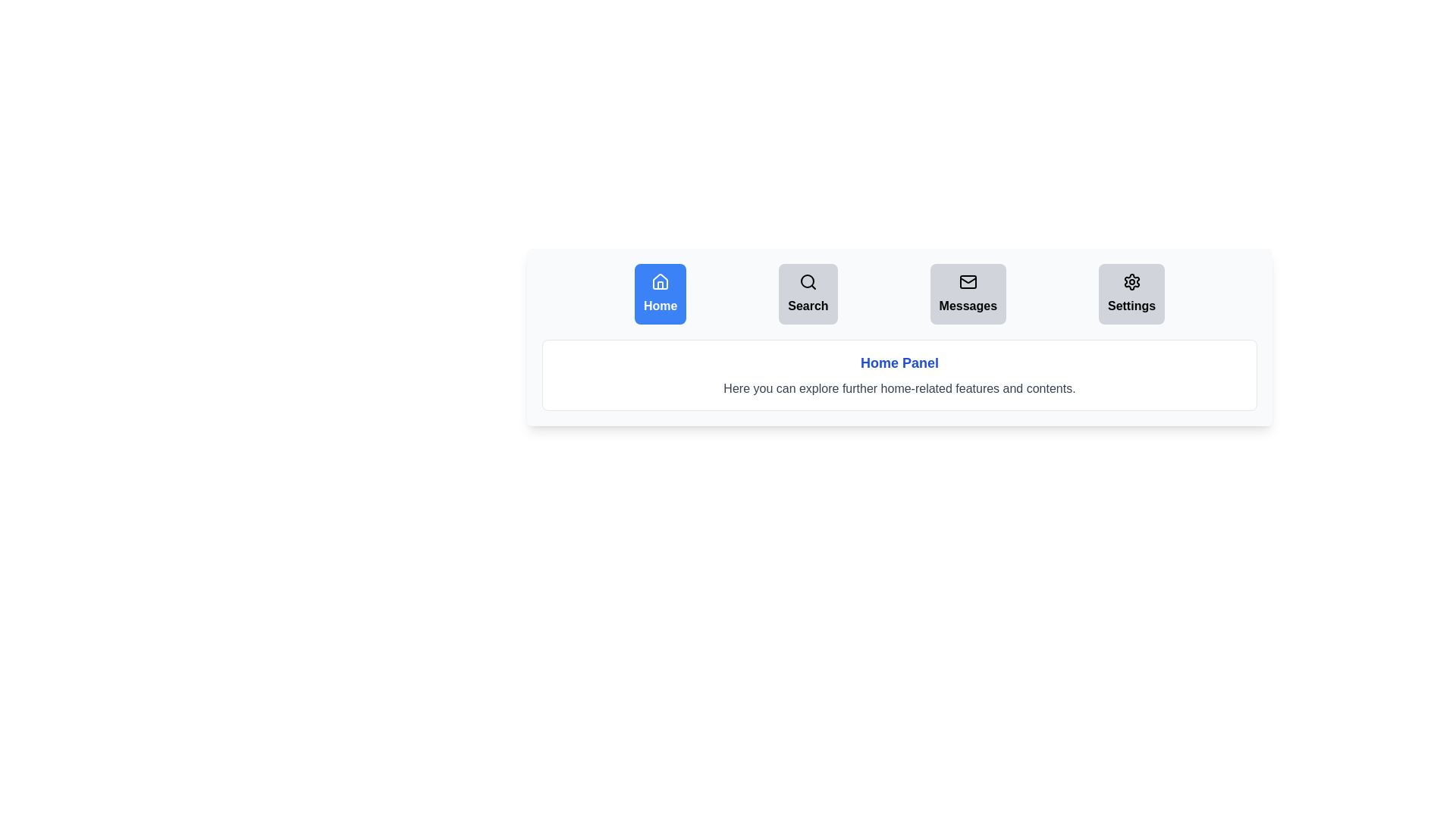 Image resolution: width=1456 pixels, height=819 pixels. Describe the element at coordinates (967, 306) in the screenshot. I see `the 'Messages' label, which serves to identify the functionality of the 'Messages' button in the navigation bar` at that location.